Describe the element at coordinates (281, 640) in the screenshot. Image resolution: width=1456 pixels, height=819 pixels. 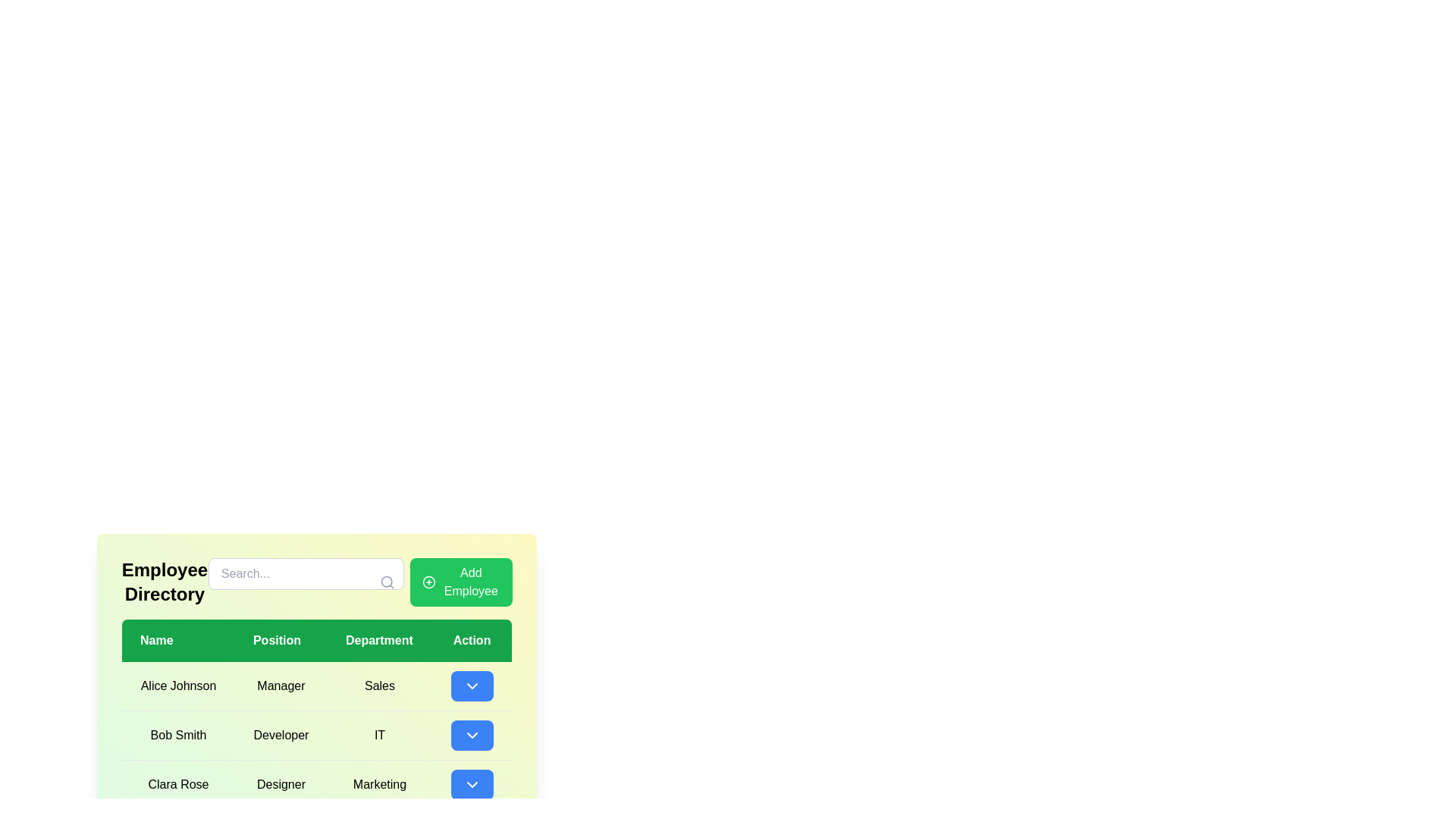
I see `the green rectangular 'Position' label in the second column header of the table, which displays the word 'Position' in bold white text` at that location.